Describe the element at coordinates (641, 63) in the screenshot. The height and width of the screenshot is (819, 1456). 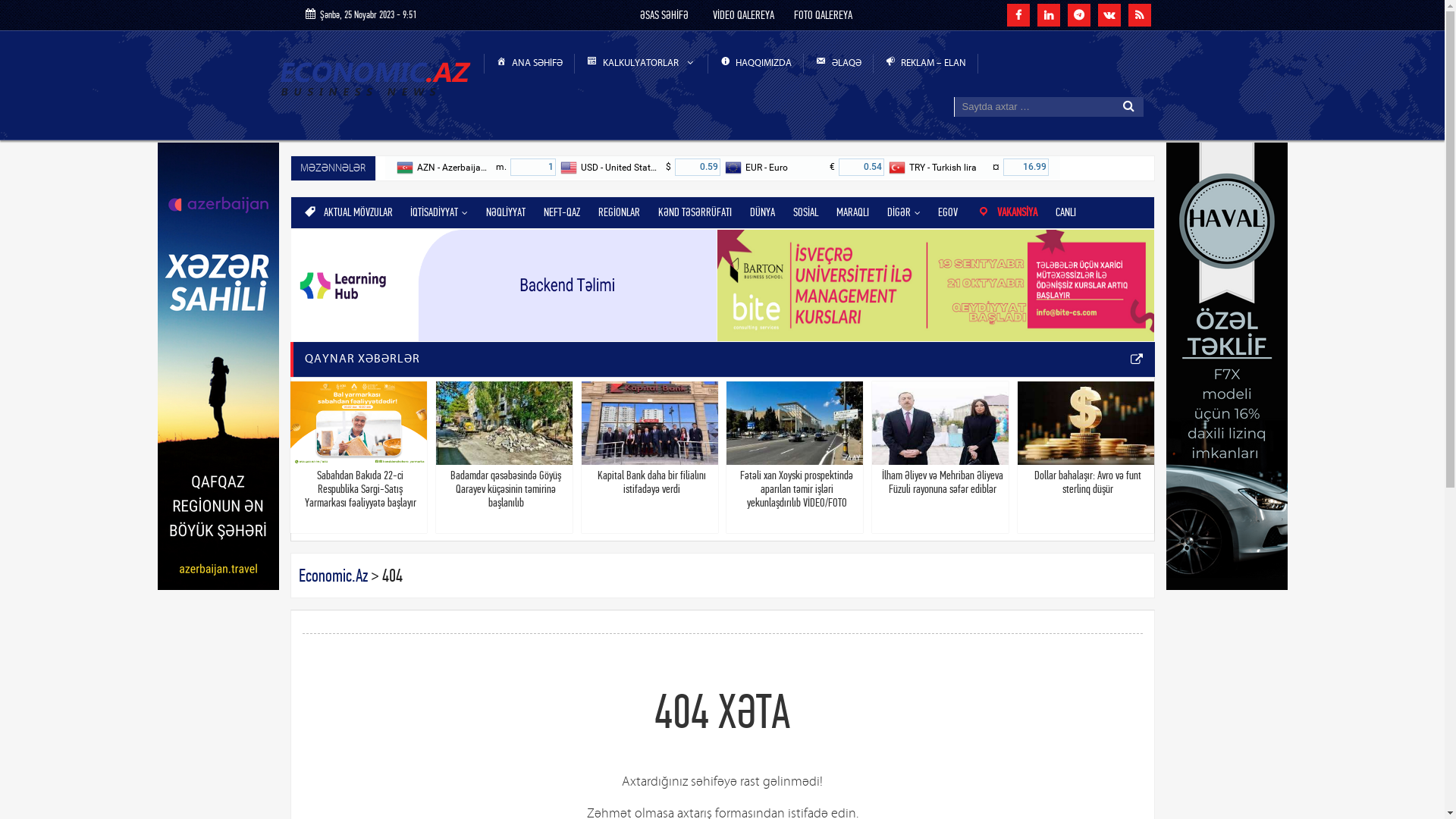
I see `'KALKULYATORLAR'` at that location.